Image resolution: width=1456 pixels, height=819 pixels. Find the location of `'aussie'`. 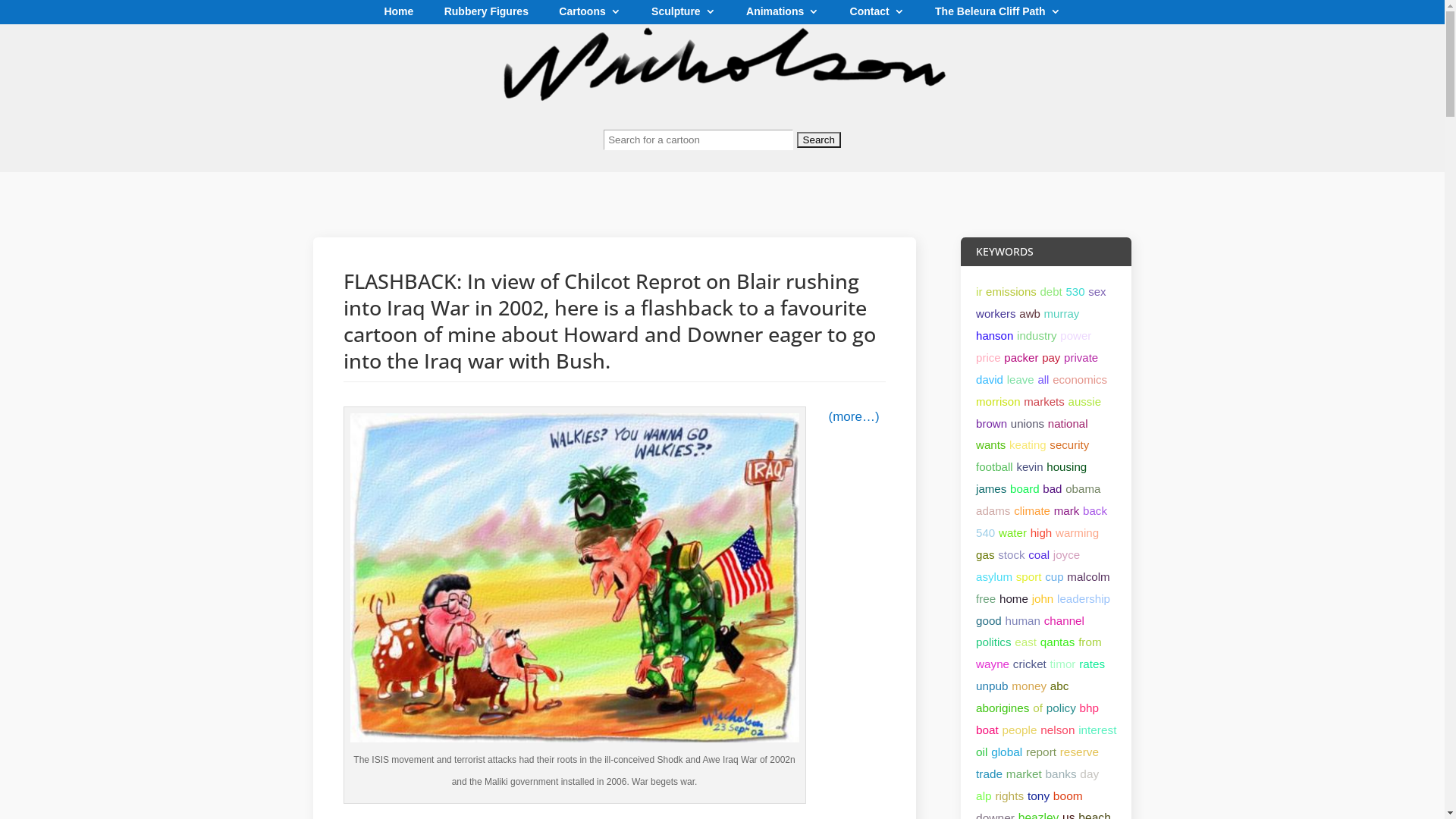

'aussie' is located at coordinates (1084, 400).